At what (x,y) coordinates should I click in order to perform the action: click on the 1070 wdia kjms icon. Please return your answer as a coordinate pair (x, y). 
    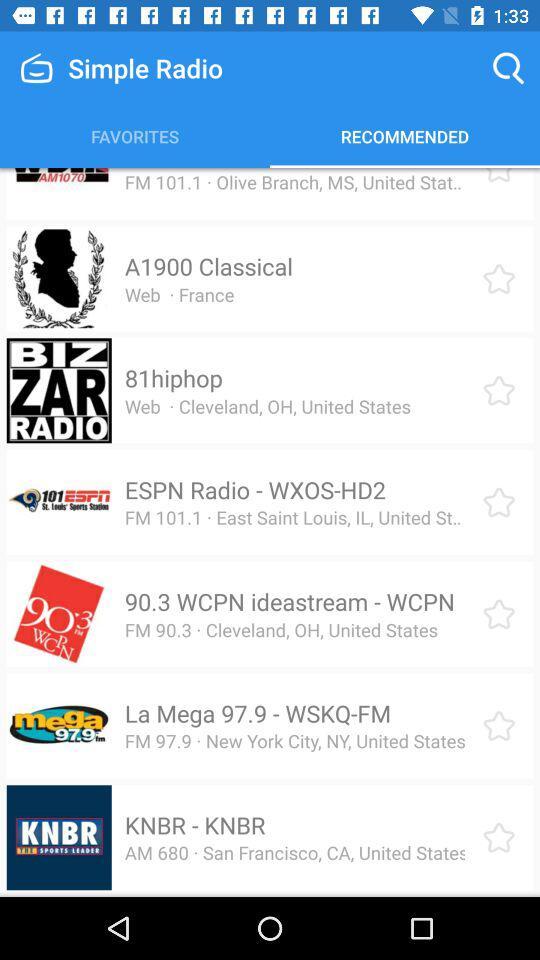
    Looking at the image, I should click on (249, 168).